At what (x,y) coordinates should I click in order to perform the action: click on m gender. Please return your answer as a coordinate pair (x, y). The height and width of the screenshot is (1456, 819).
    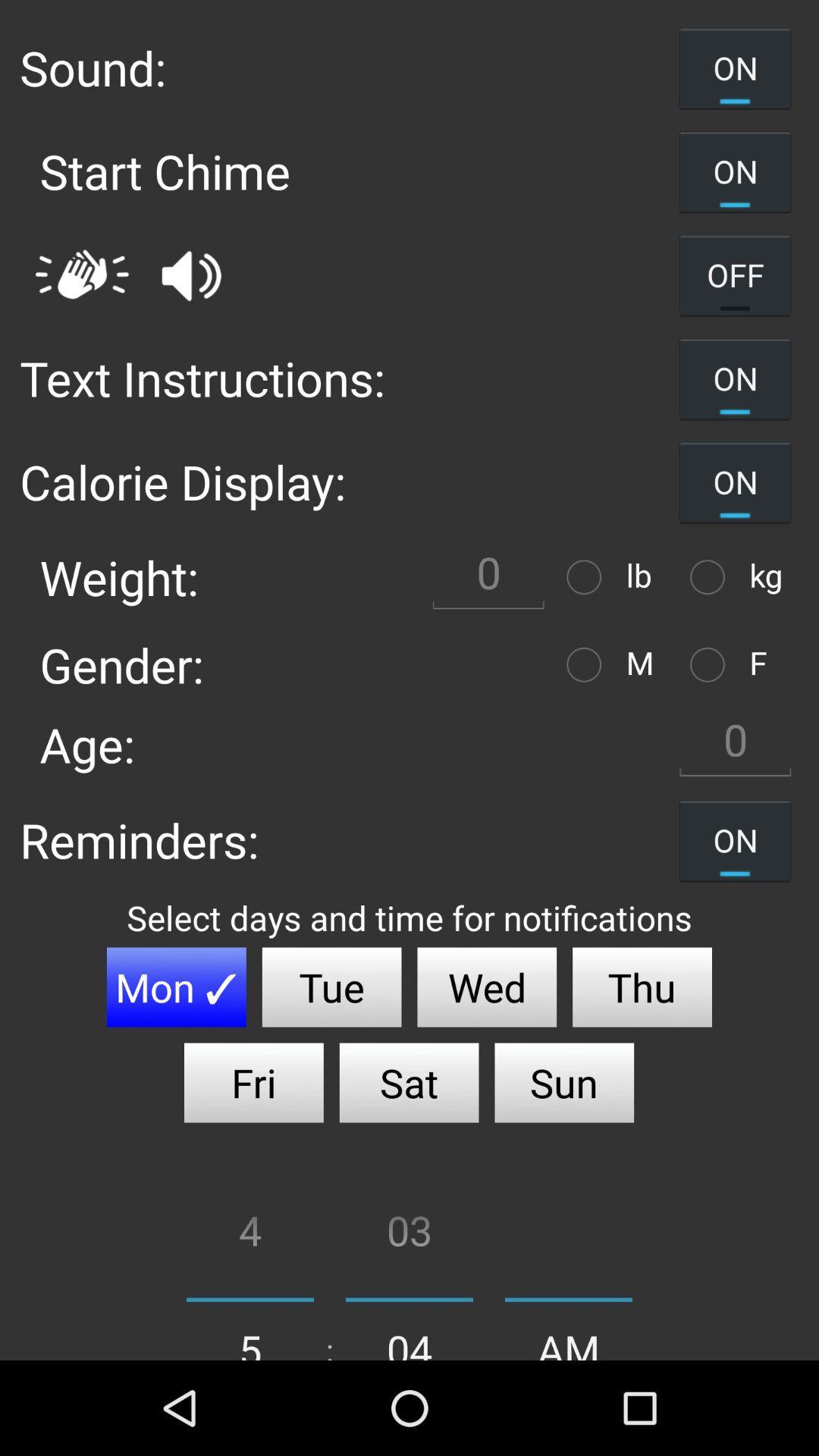
    Looking at the image, I should click on (587, 664).